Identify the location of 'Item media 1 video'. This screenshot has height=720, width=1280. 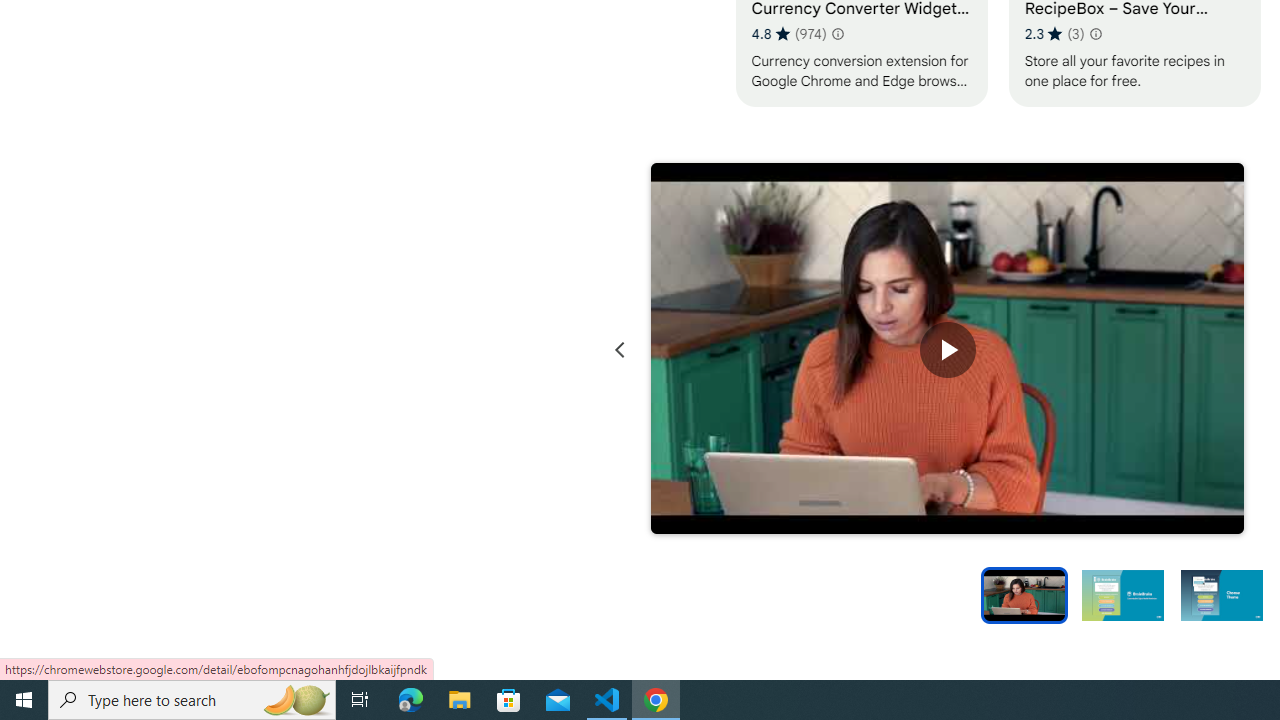
(946, 349).